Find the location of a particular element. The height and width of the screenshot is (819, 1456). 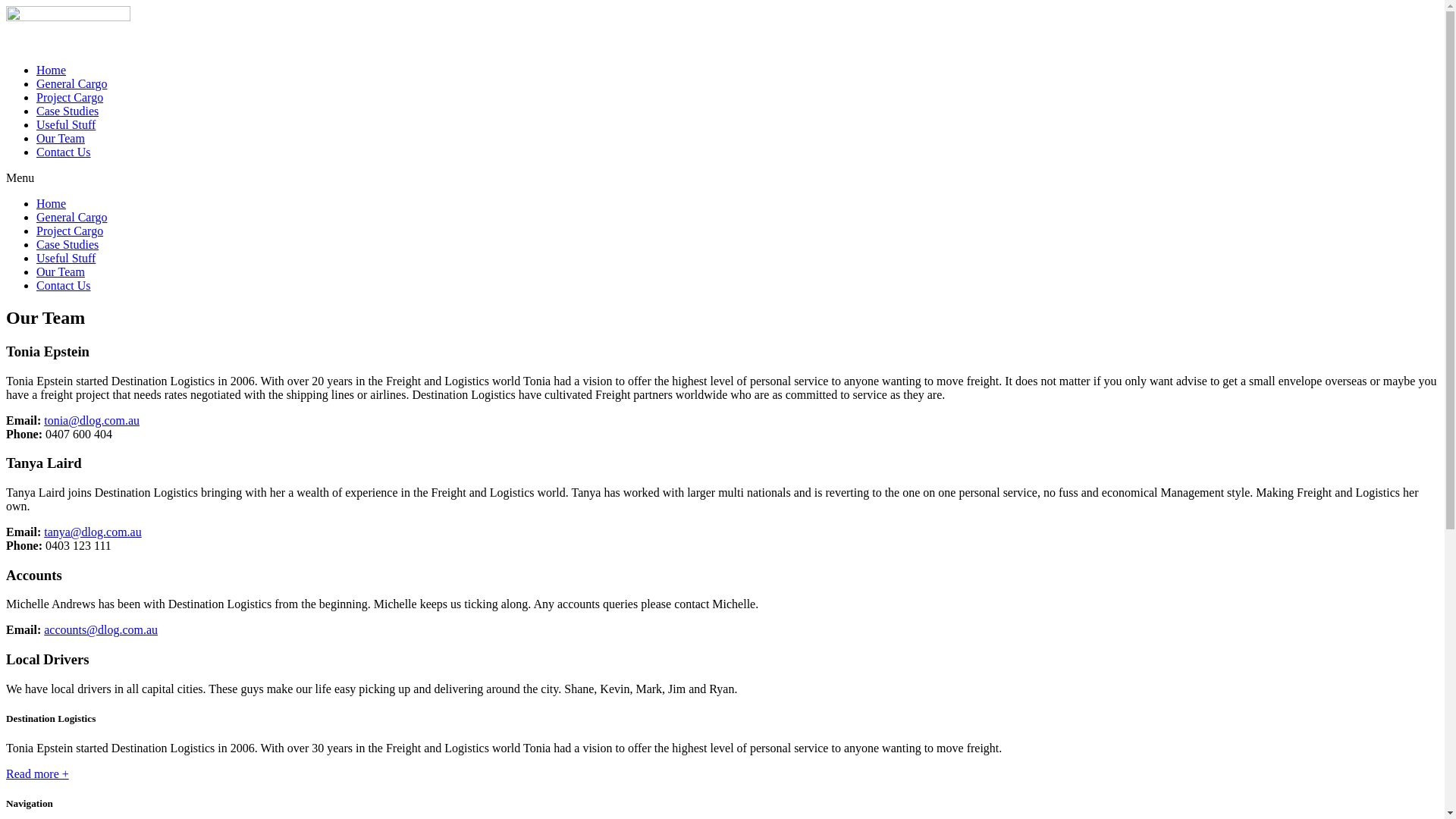

'Case Studies' is located at coordinates (36, 110).